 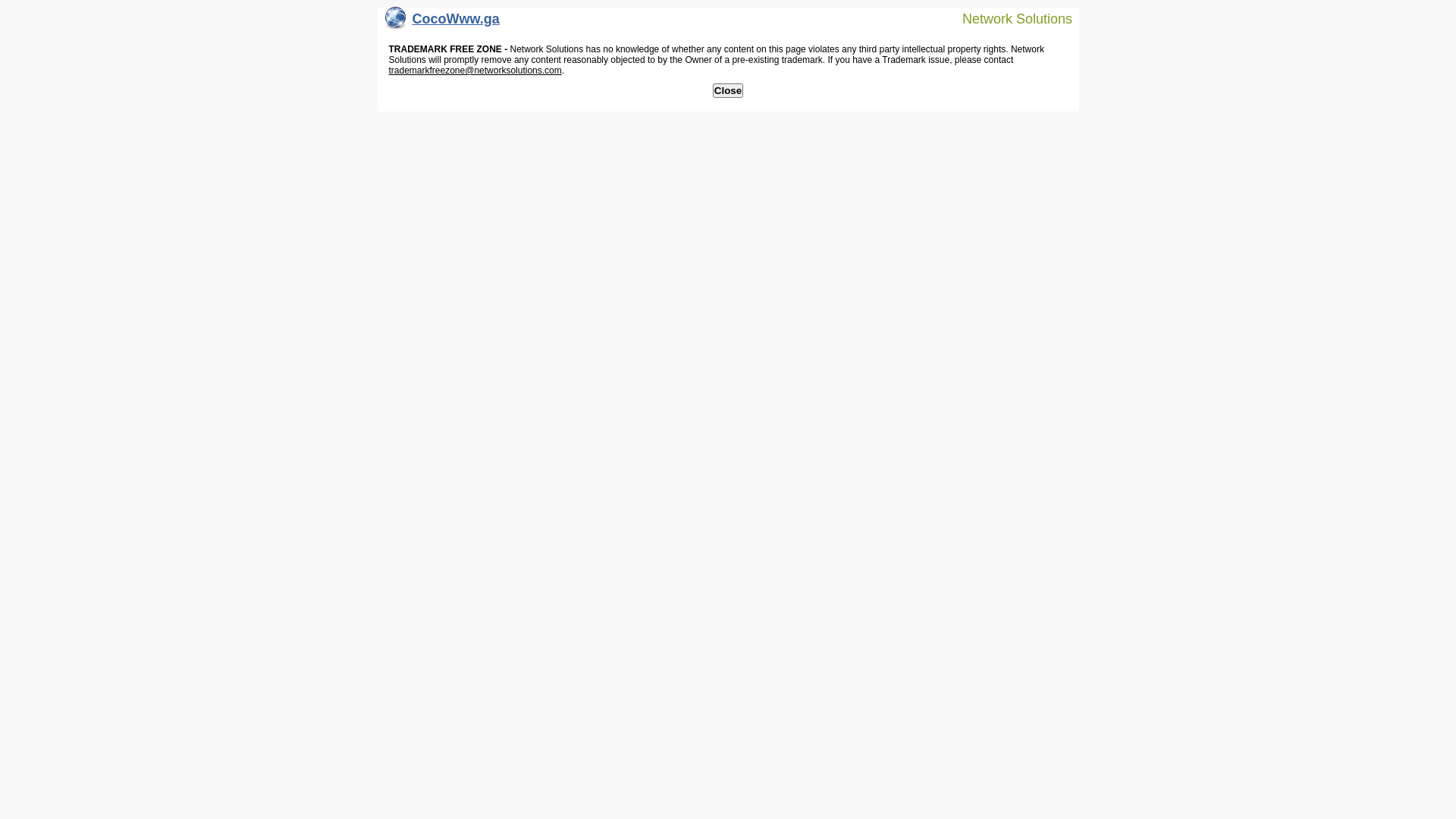 I want to click on 'Close', so click(x=728, y=90).